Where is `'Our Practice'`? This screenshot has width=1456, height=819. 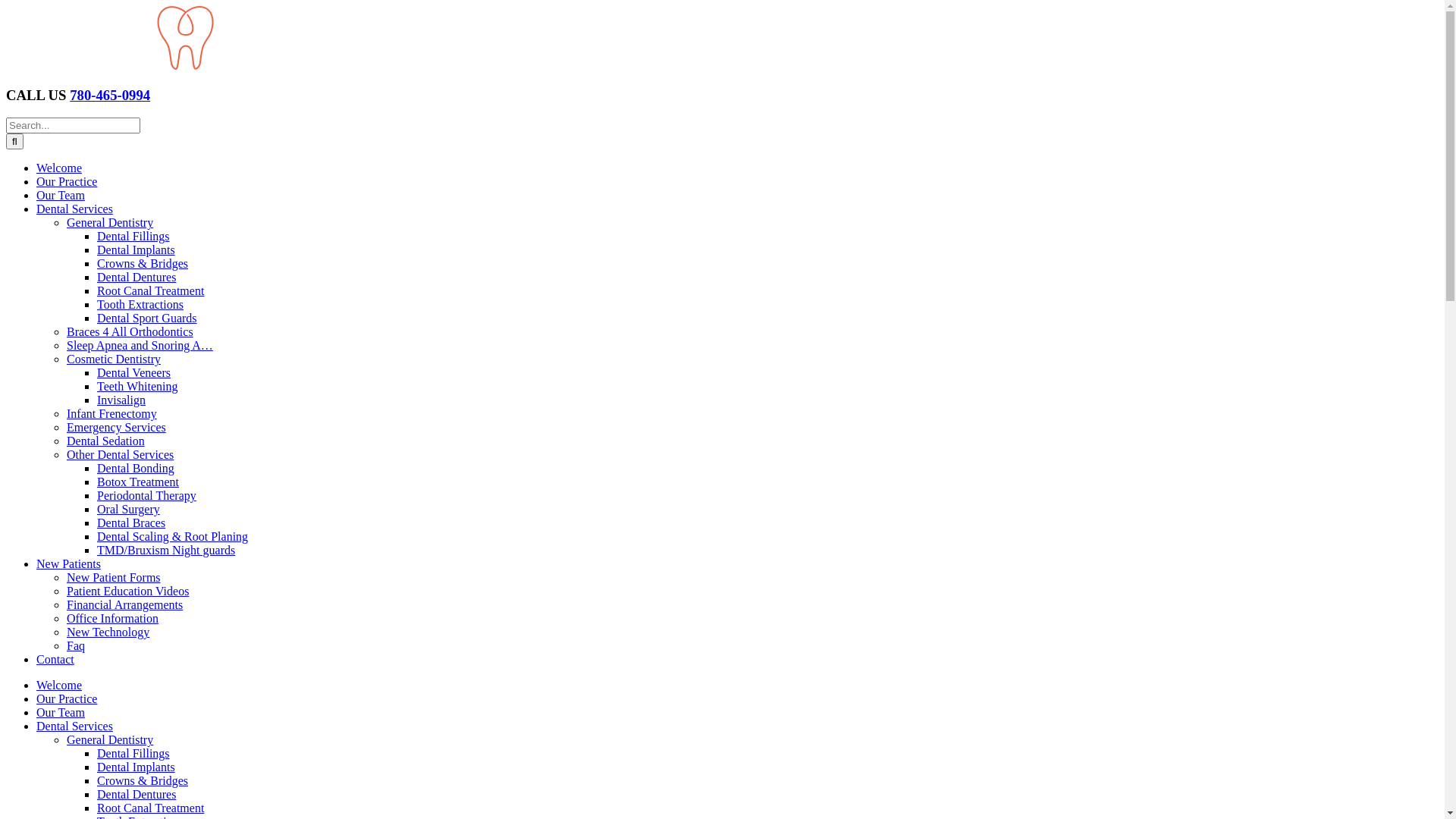 'Our Practice' is located at coordinates (65, 698).